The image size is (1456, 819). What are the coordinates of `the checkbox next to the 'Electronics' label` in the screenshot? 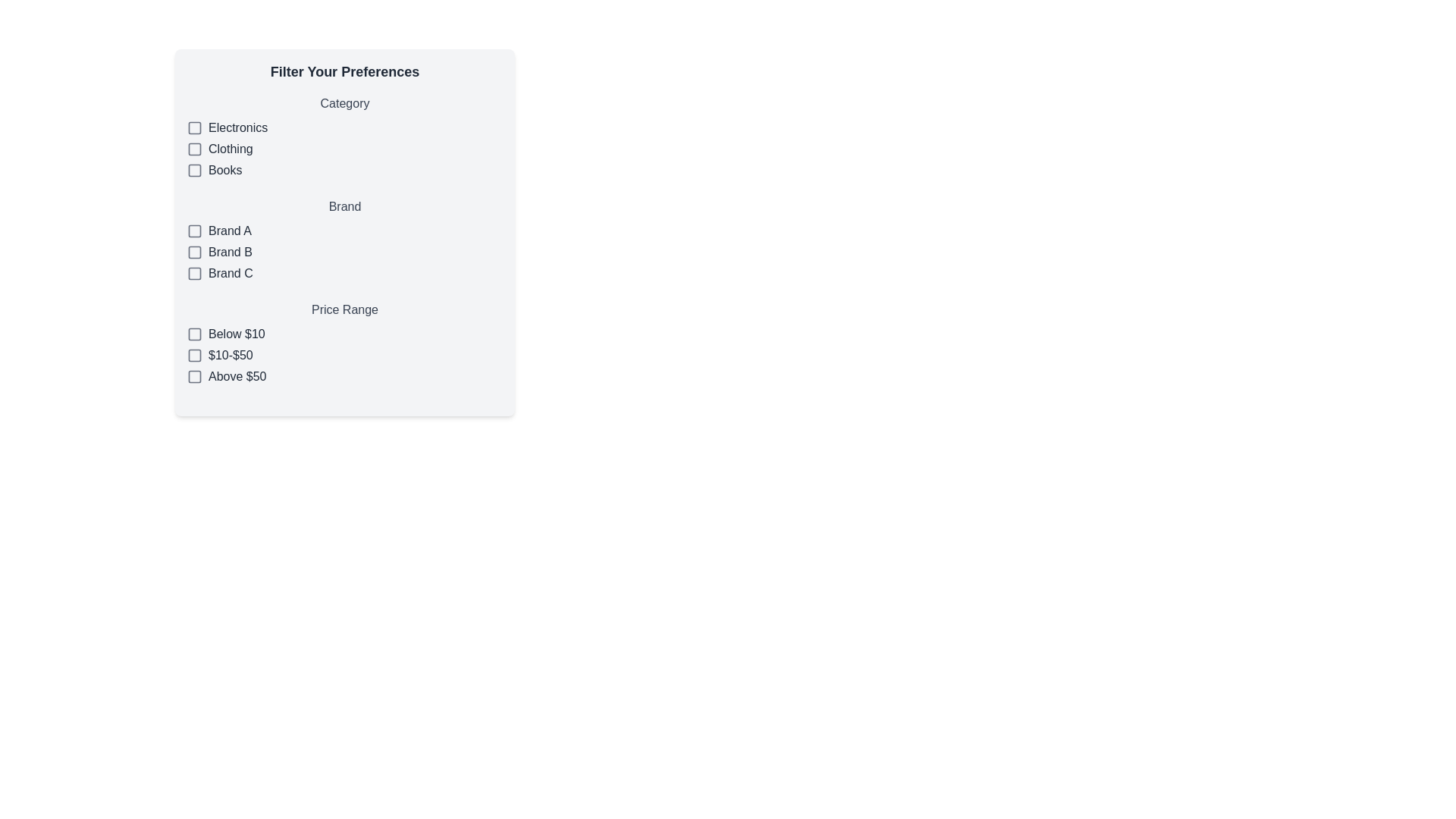 It's located at (194, 127).